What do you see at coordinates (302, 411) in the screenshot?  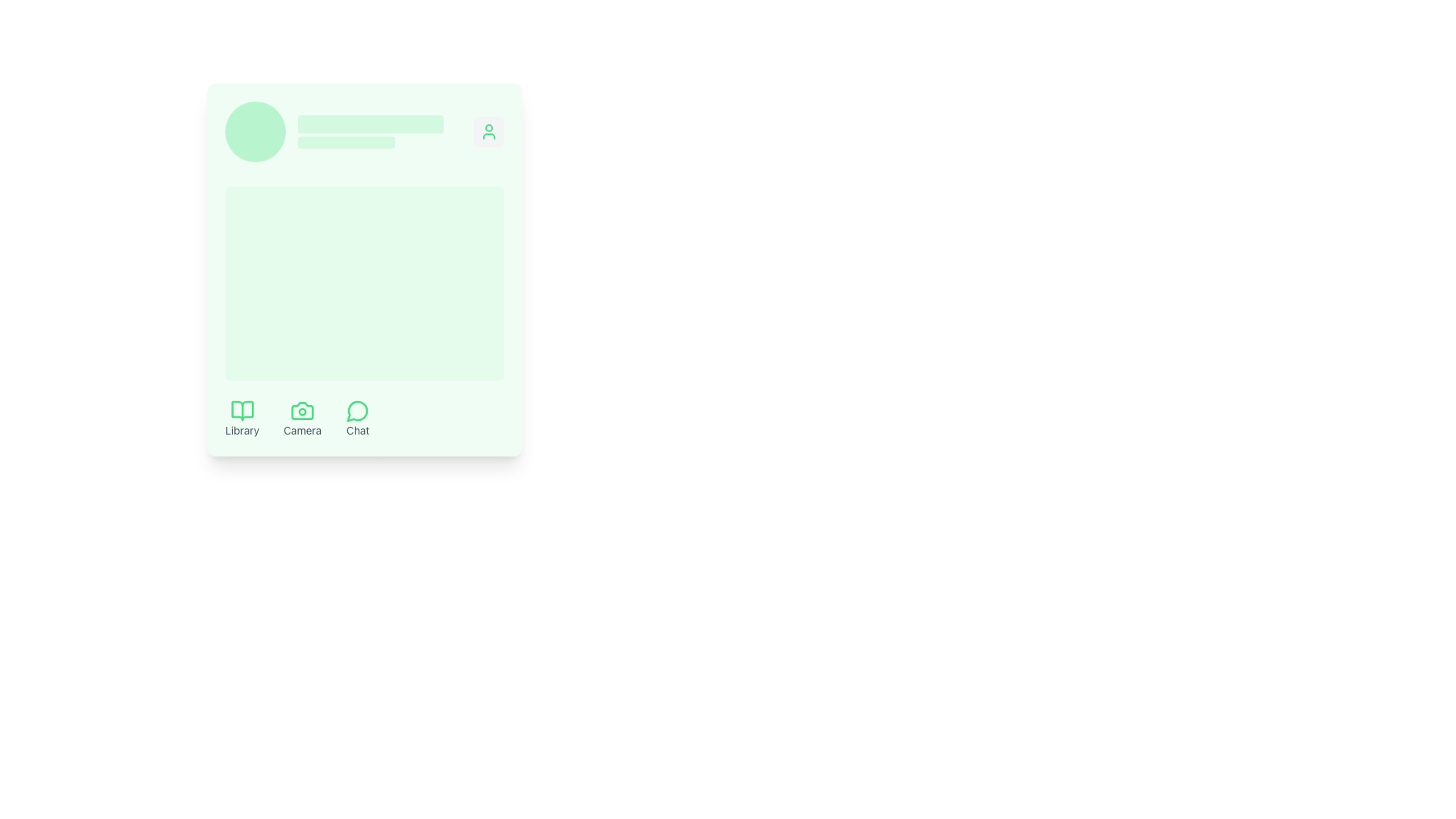 I see `the 'Camera' icon located at the bottom of the interface, which is positioned between the 'Library' and 'Chat' icons` at bounding box center [302, 411].